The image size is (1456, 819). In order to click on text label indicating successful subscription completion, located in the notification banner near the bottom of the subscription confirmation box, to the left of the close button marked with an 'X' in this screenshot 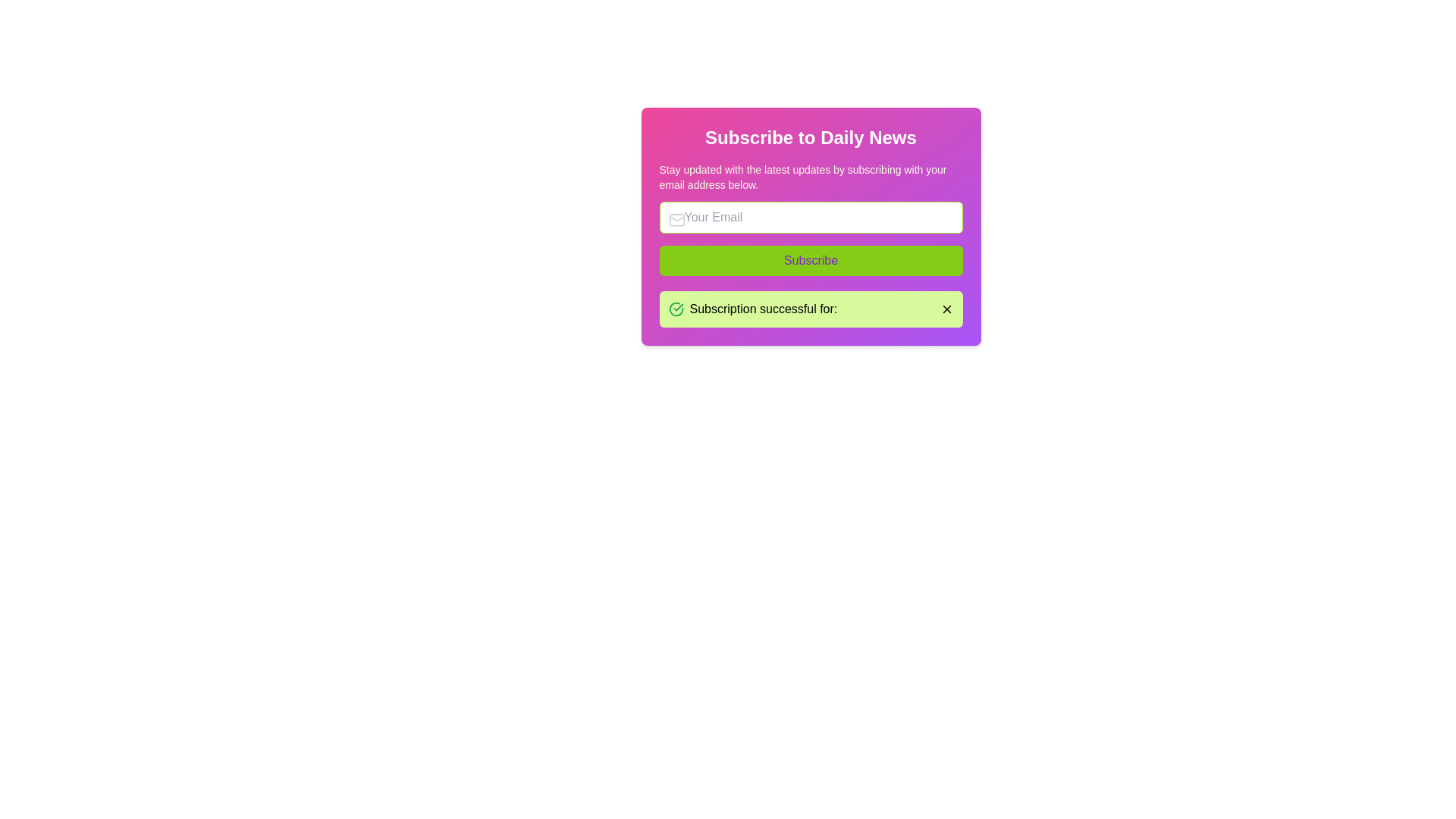, I will do `click(752, 309)`.